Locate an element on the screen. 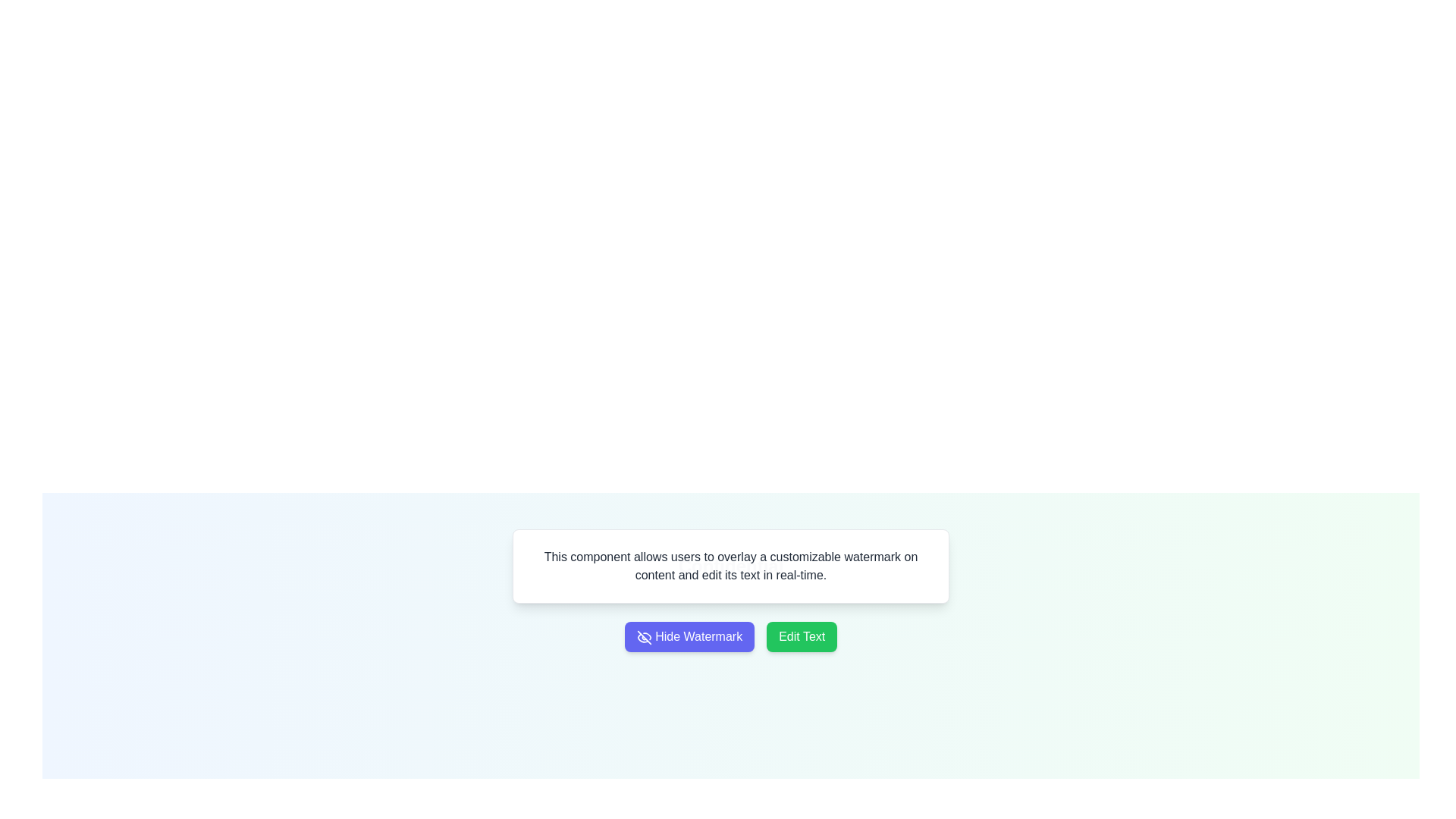 This screenshot has width=1456, height=819. the SVG icon representing the 'Hide Watermark' button, which is visually indicative of the action to toggle off or hide watermarks is located at coordinates (644, 637).